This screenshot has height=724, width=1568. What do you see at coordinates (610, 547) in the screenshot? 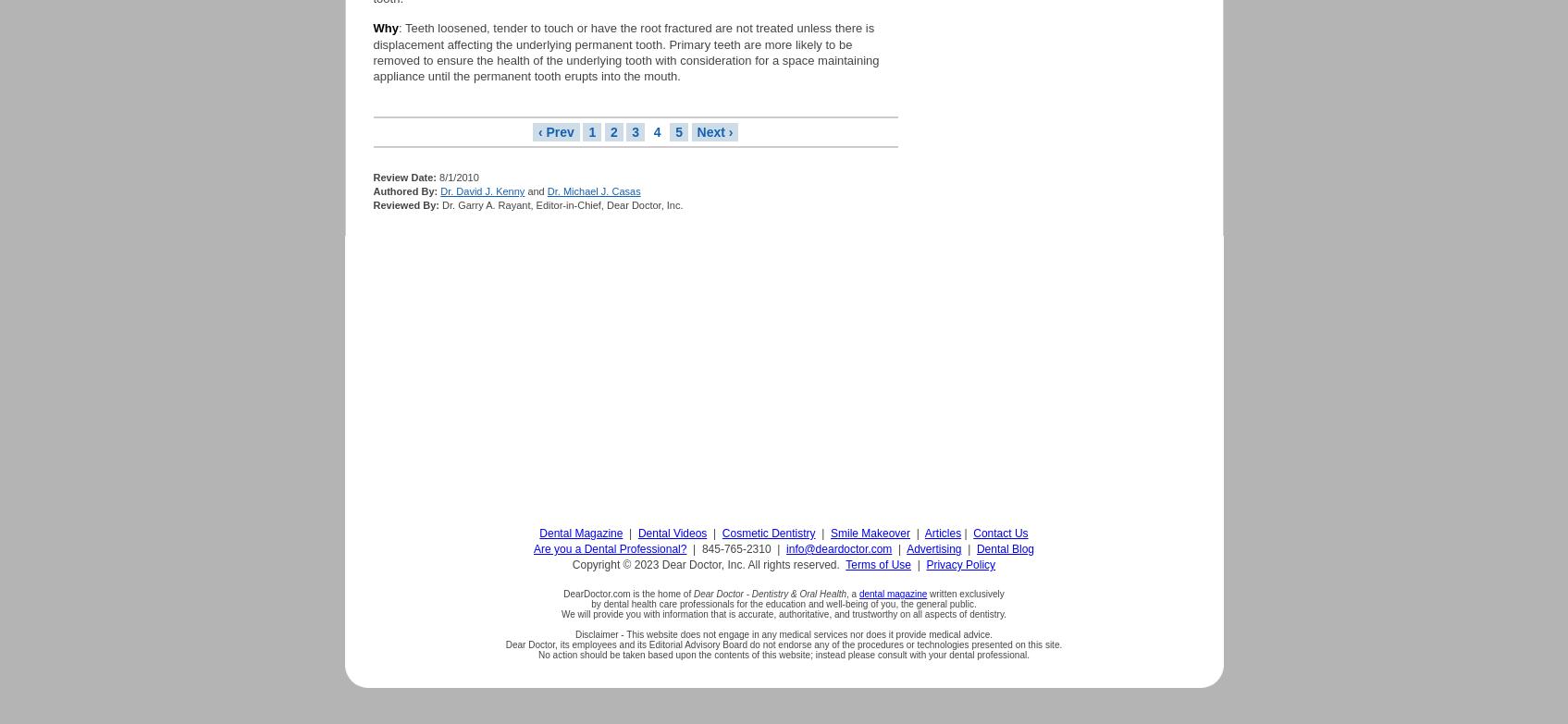
I see `'Are you a Dental Professional?'` at bounding box center [610, 547].